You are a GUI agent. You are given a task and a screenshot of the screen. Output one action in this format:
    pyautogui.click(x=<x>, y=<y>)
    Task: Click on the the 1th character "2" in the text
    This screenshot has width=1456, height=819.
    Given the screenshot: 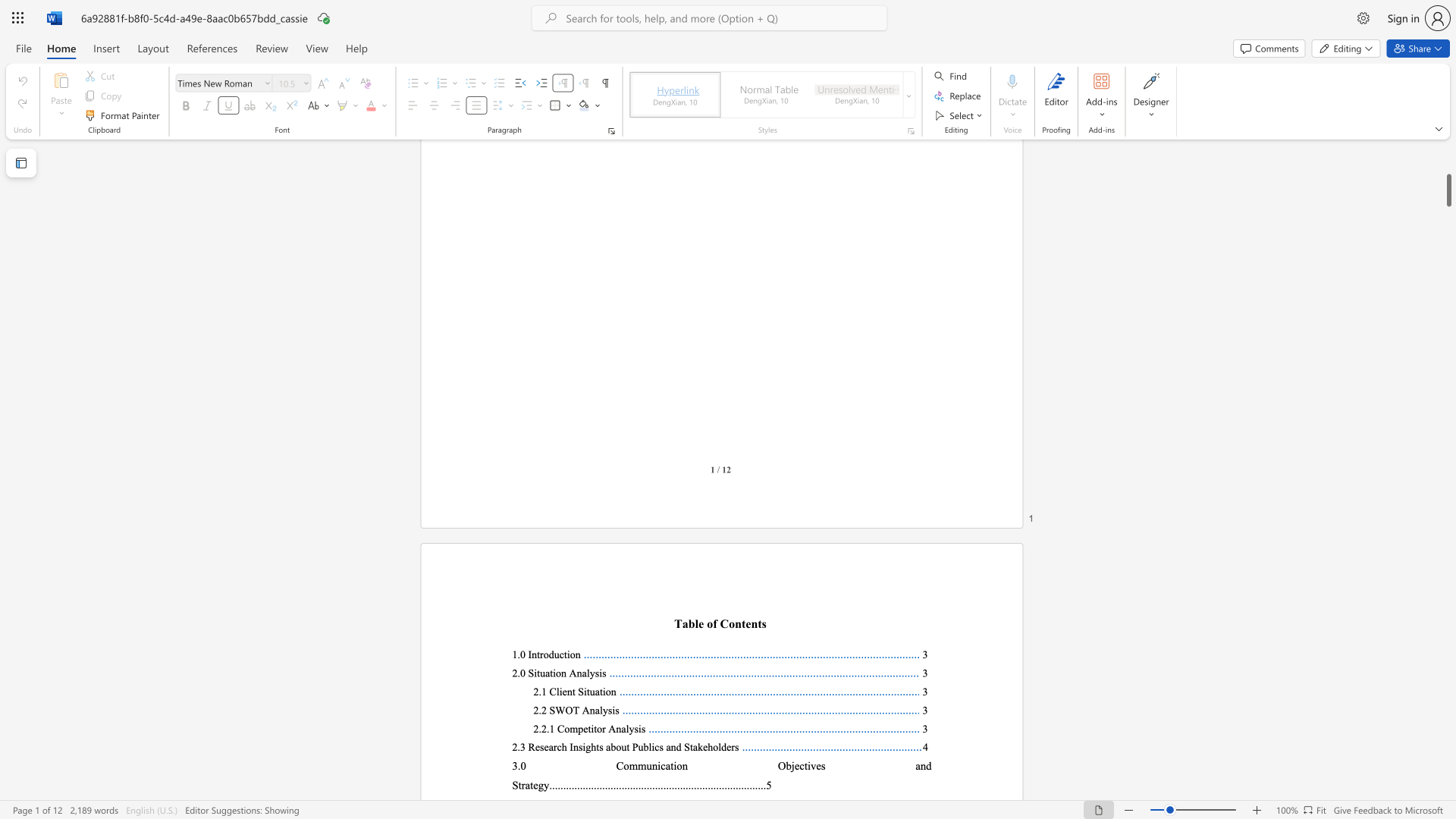 What is the action you would take?
    pyautogui.click(x=535, y=710)
    